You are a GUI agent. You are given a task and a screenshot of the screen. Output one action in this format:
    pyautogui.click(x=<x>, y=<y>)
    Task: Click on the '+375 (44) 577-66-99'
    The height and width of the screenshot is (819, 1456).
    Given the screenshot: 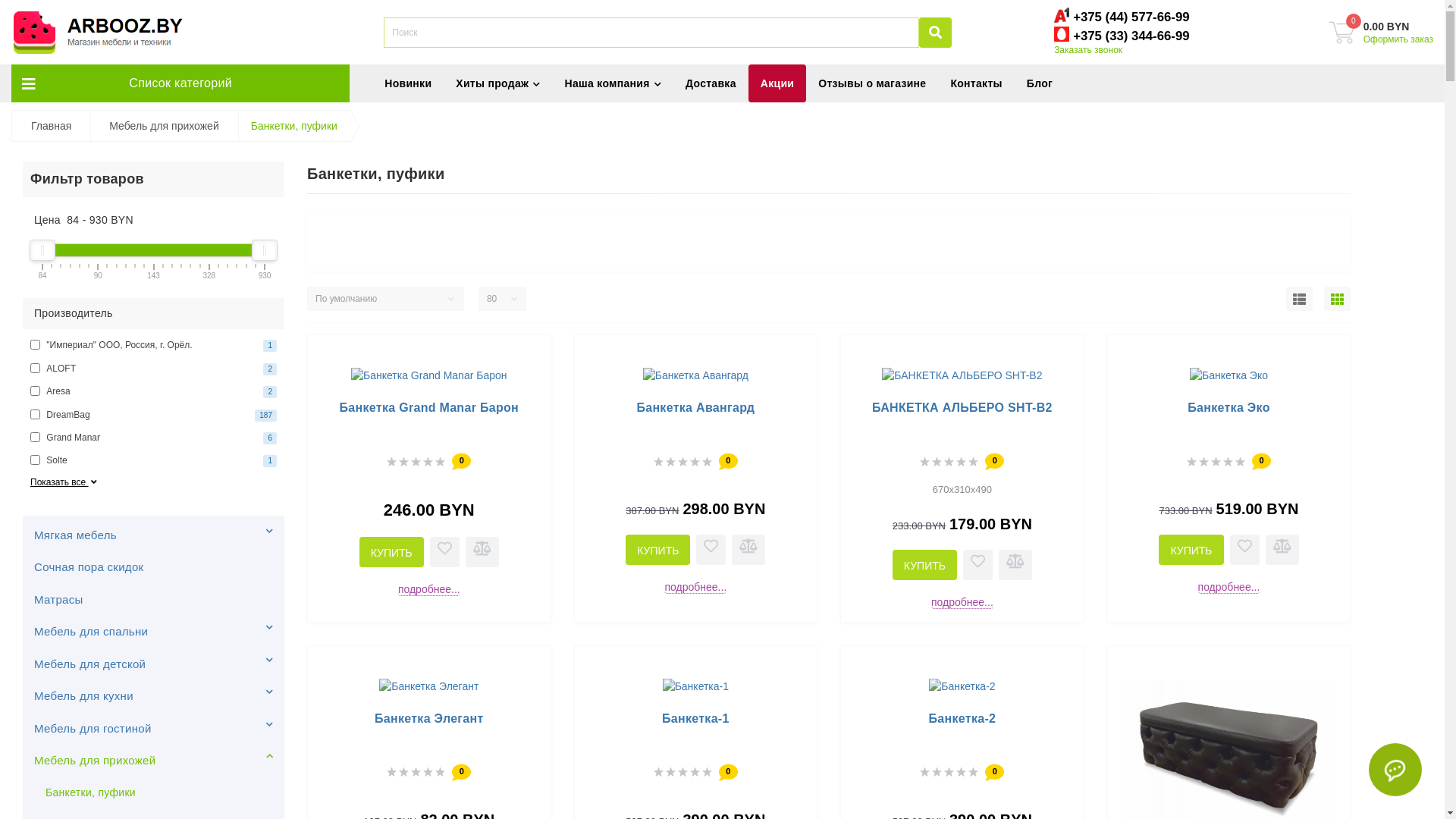 What is the action you would take?
    pyautogui.click(x=1131, y=17)
    